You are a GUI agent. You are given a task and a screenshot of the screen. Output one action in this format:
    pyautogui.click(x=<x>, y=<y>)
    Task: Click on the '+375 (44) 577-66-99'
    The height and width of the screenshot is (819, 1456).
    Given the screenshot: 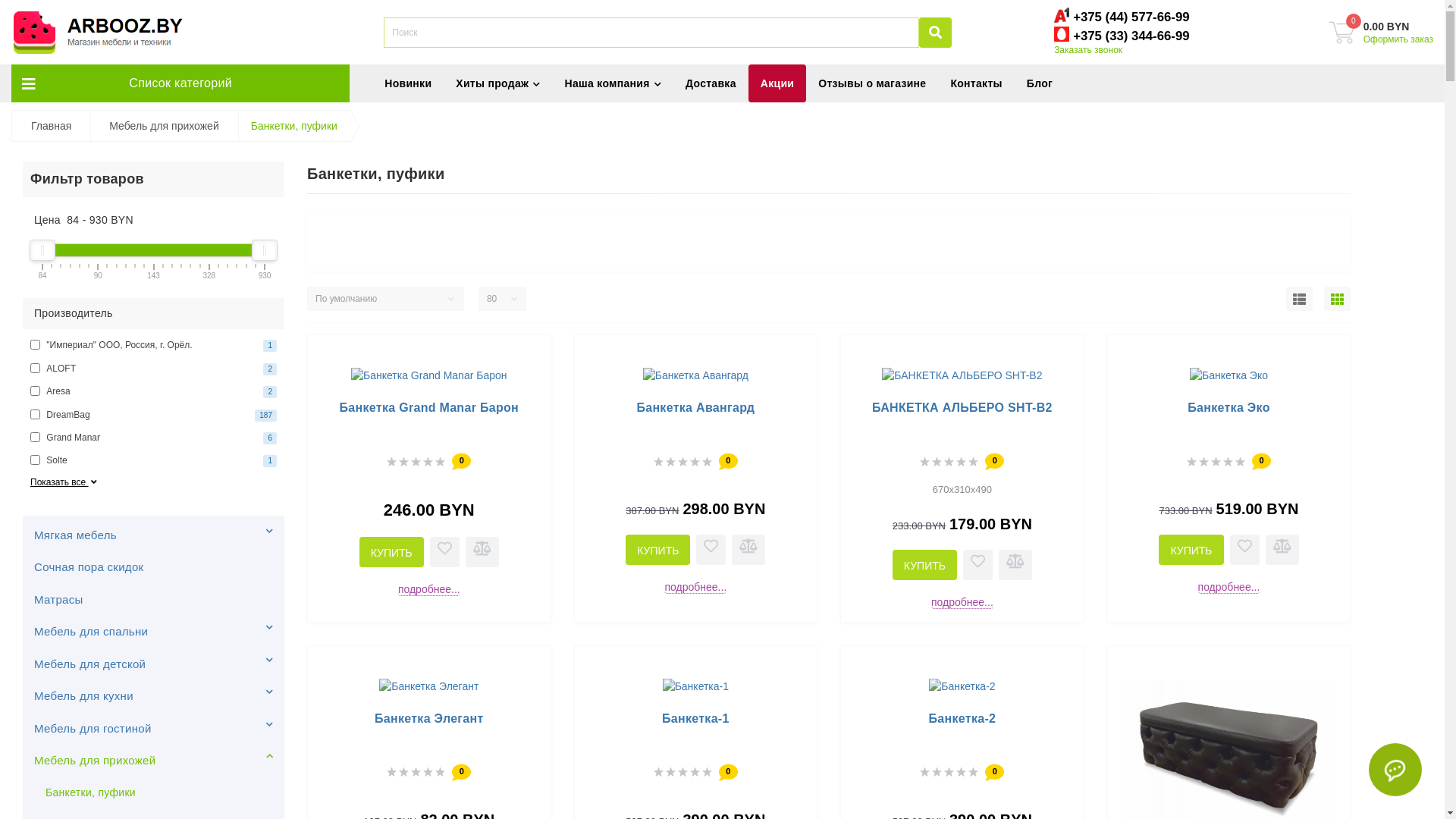 What is the action you would take?
    pyautogui.click(x=1131, y=17)
    